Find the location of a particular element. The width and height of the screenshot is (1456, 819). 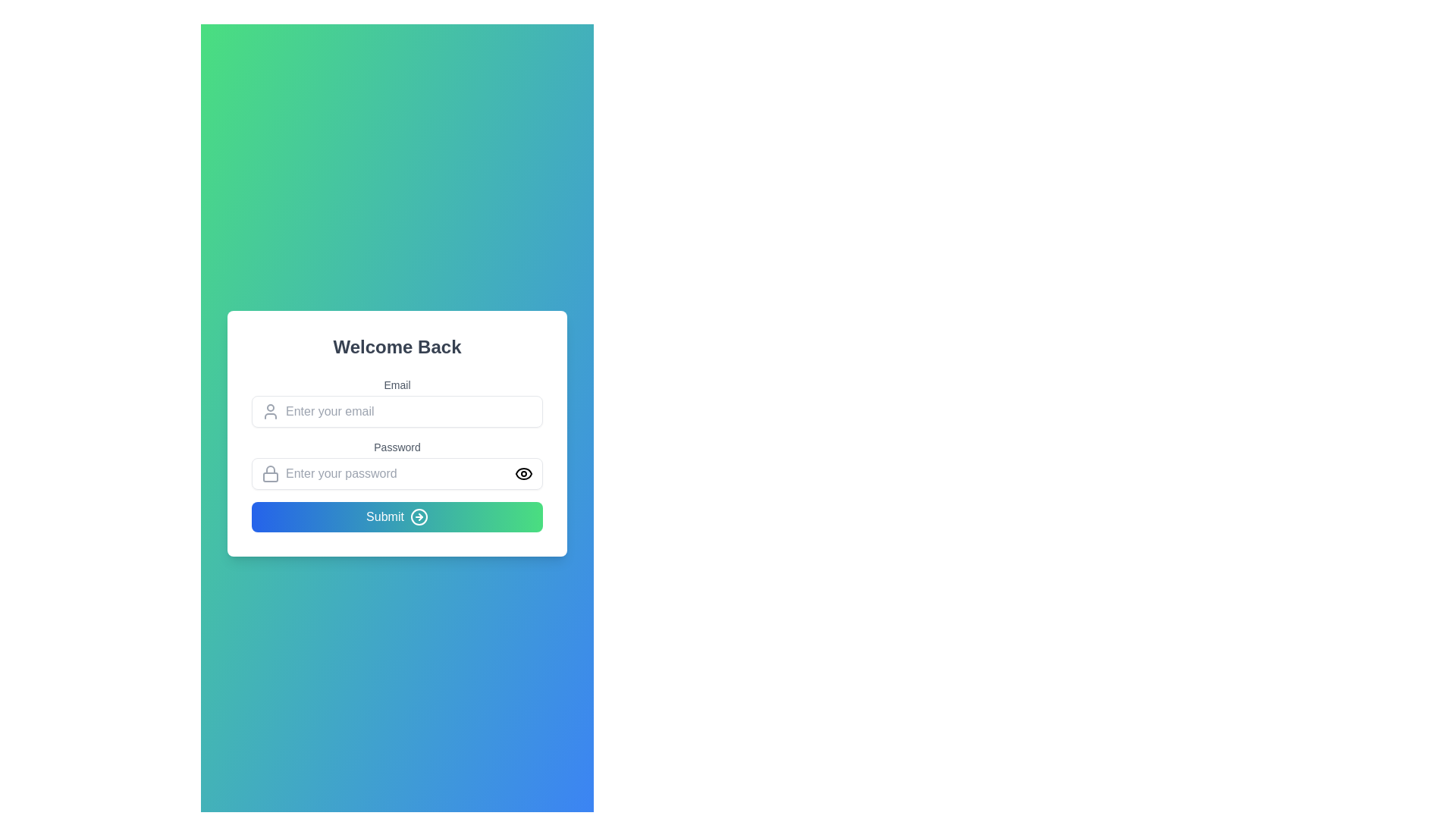

within the Password input field is located at coordinates (397, 464).